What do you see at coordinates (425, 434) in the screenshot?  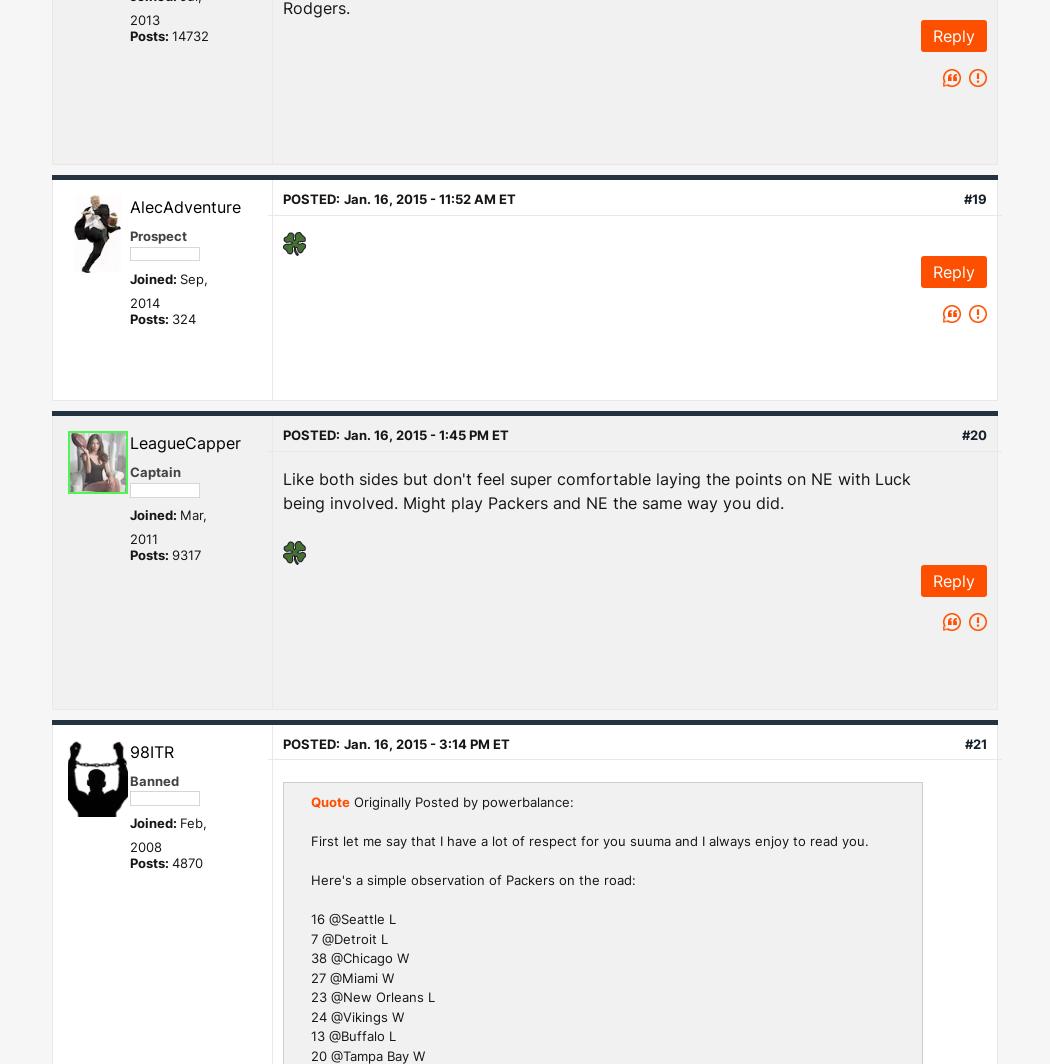 I see `'Jan. 16, 2015 - 1:45 PM ET'` at bounding box center [425, 434].